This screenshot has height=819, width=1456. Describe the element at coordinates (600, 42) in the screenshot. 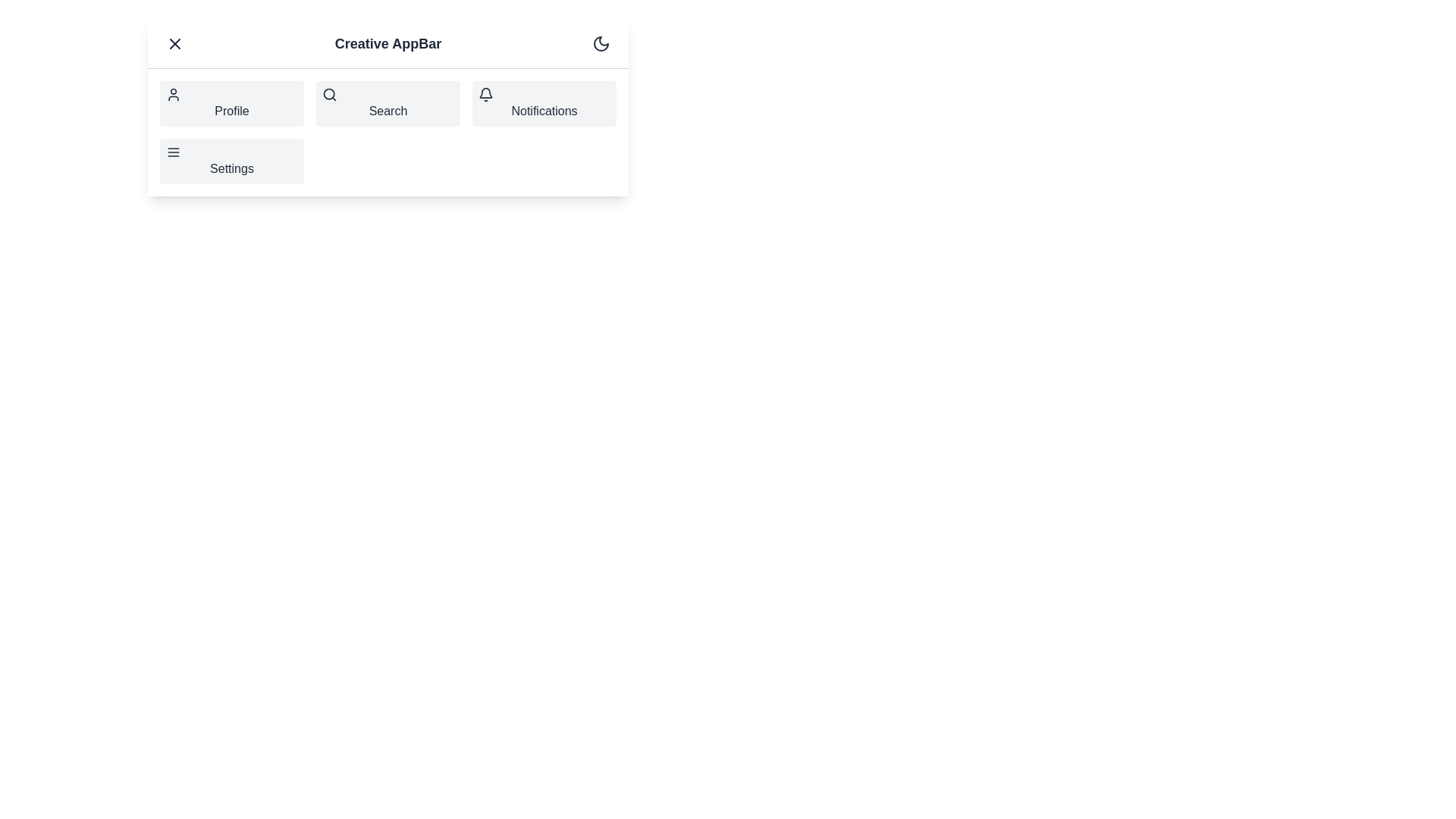

I see `the dark mode toggle button located at the top-right corner of the app bar` at that location.